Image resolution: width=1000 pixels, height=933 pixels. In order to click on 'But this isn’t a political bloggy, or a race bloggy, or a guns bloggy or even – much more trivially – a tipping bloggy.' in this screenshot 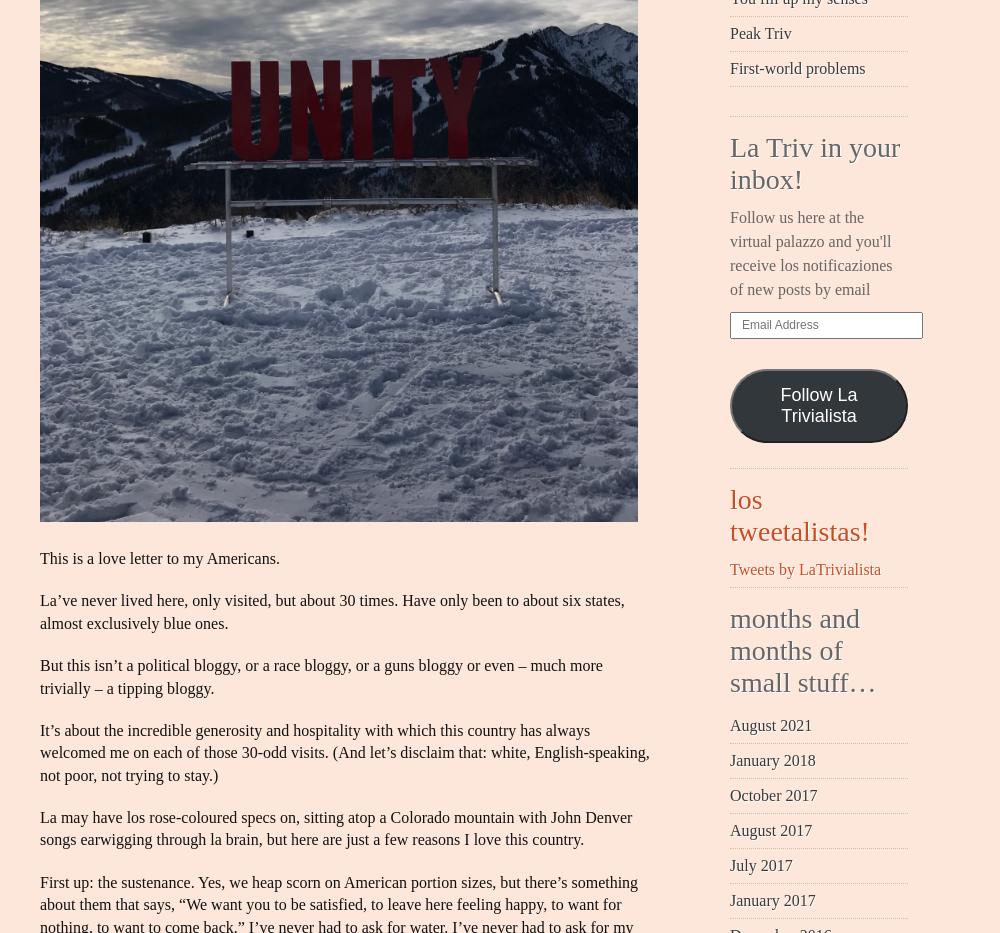, I will do `click(320, 676)`.